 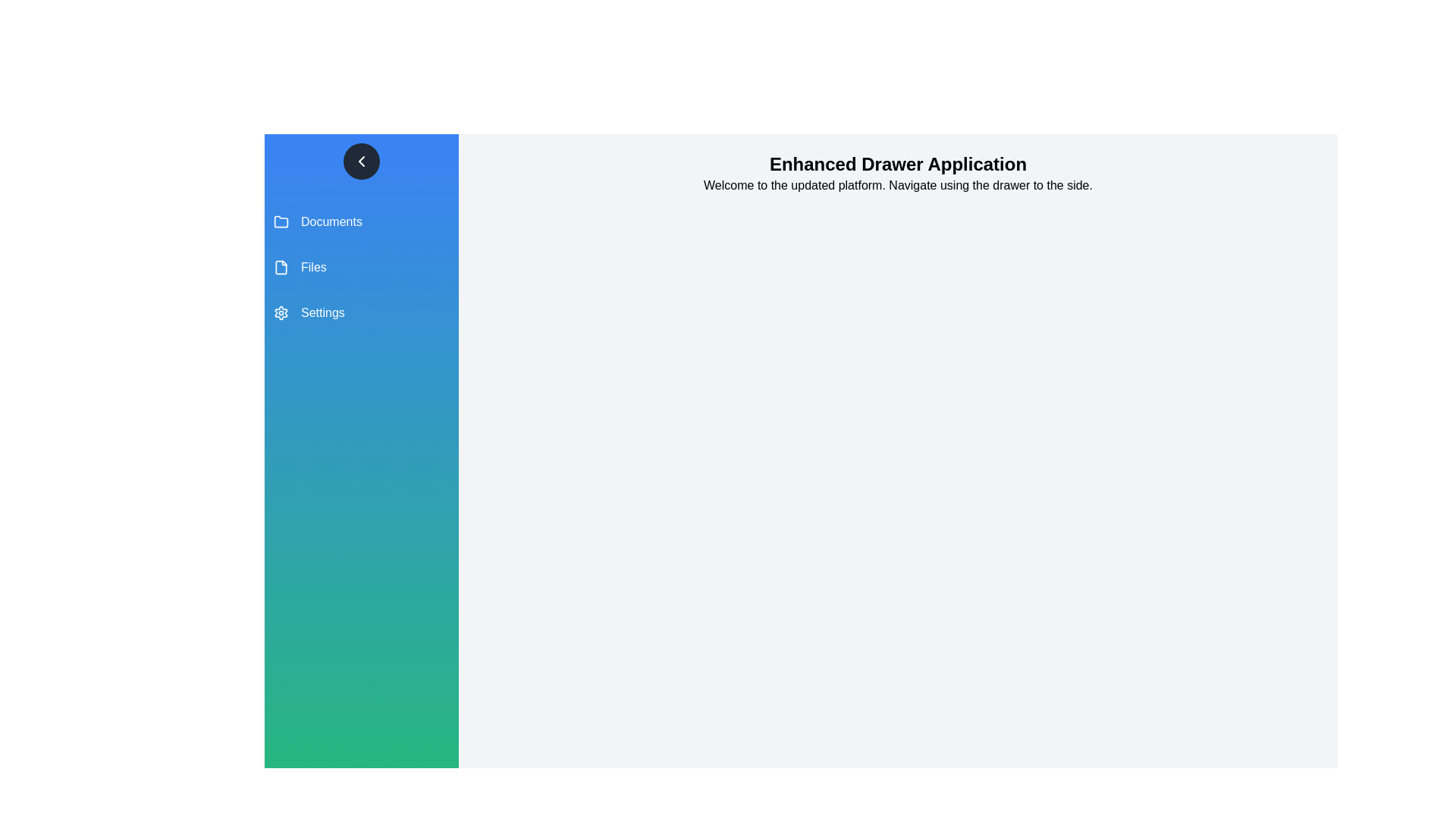 What do you see at coordinates (360, 267) in the screenshot?
I see `the menu item Files to navigate` at bounding box center [360, 267].